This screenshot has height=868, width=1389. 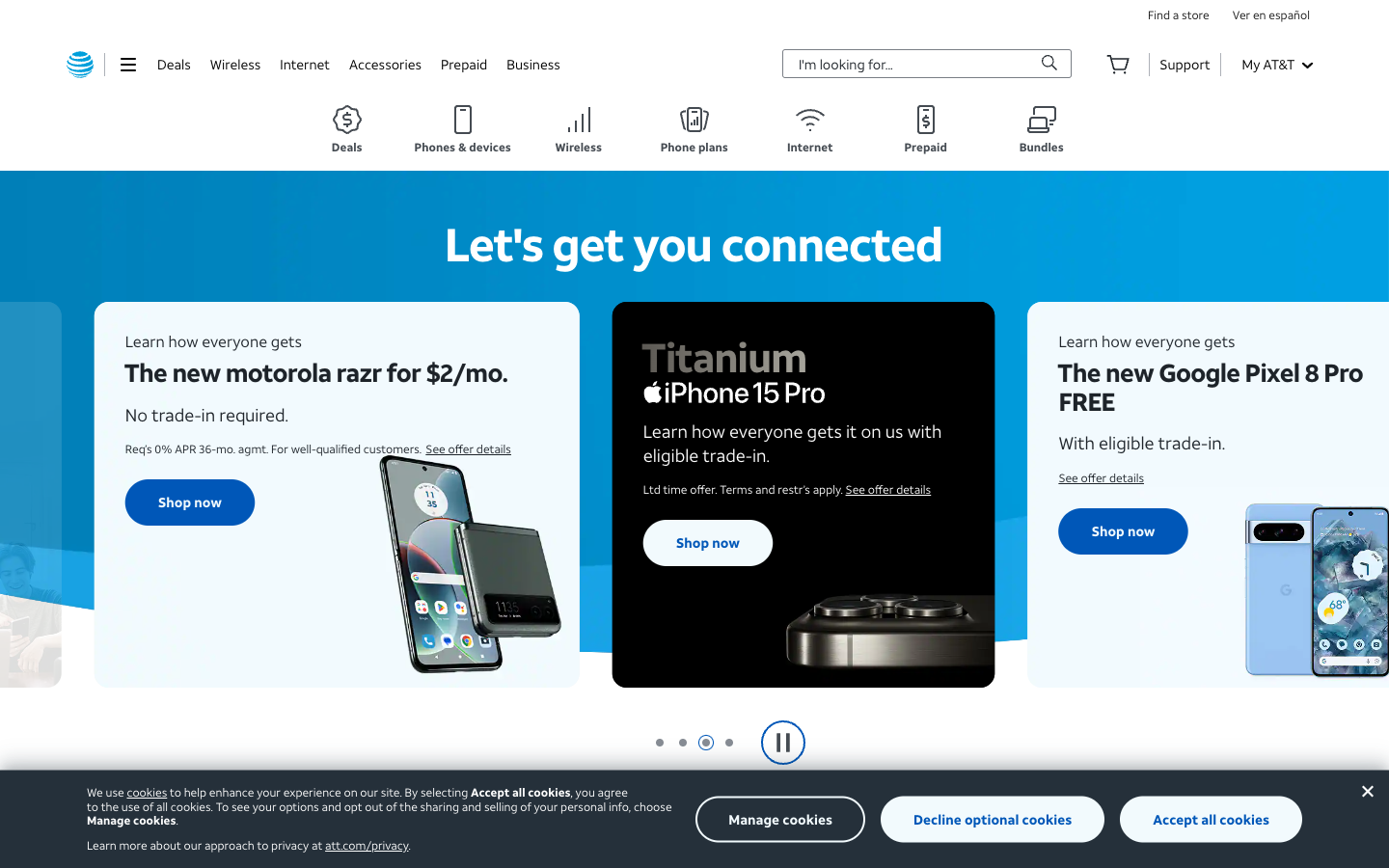 I want to click on Check the deal for motorola razr, so click(x=182, y=518).